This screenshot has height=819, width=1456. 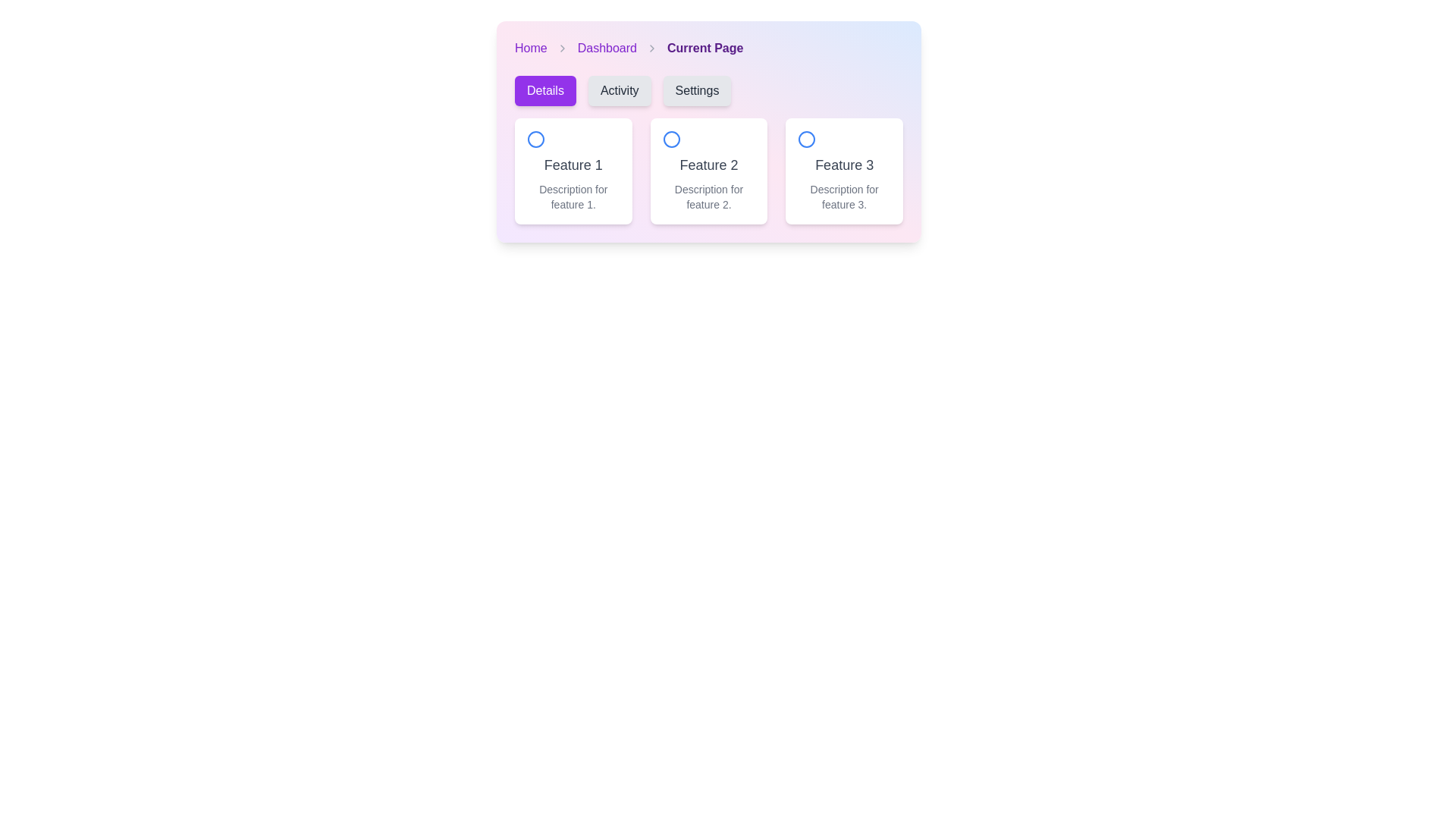 What do you see at coordinates (573, 171) in the screenshot?
I see `the first card in the grid layout` at bounding box center [573, 171].